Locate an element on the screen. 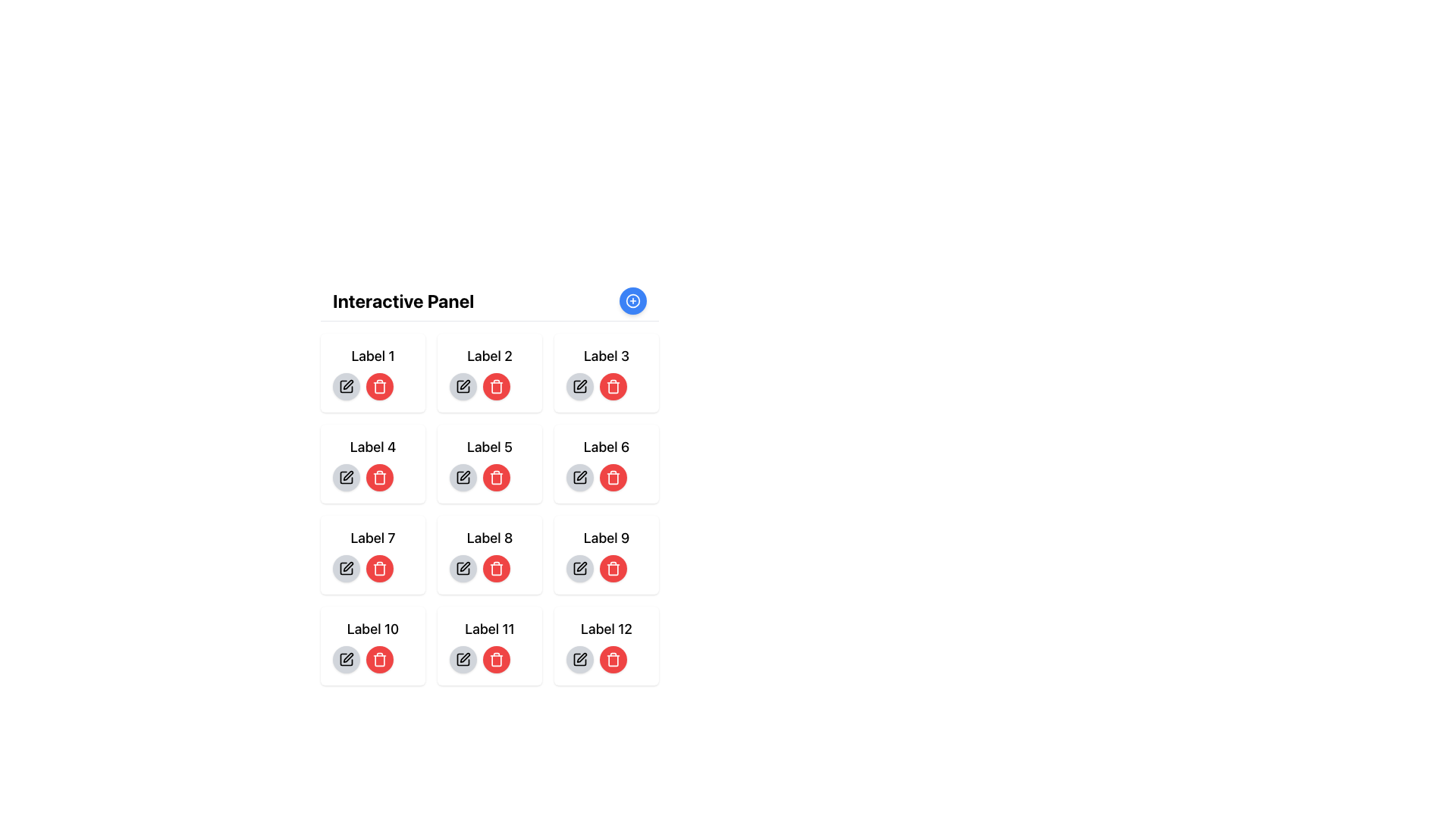 This screenshot has height=819, width=1456. the delete button located in the first row, second column of the interactive grid panel is located at coordinates (496, 385).